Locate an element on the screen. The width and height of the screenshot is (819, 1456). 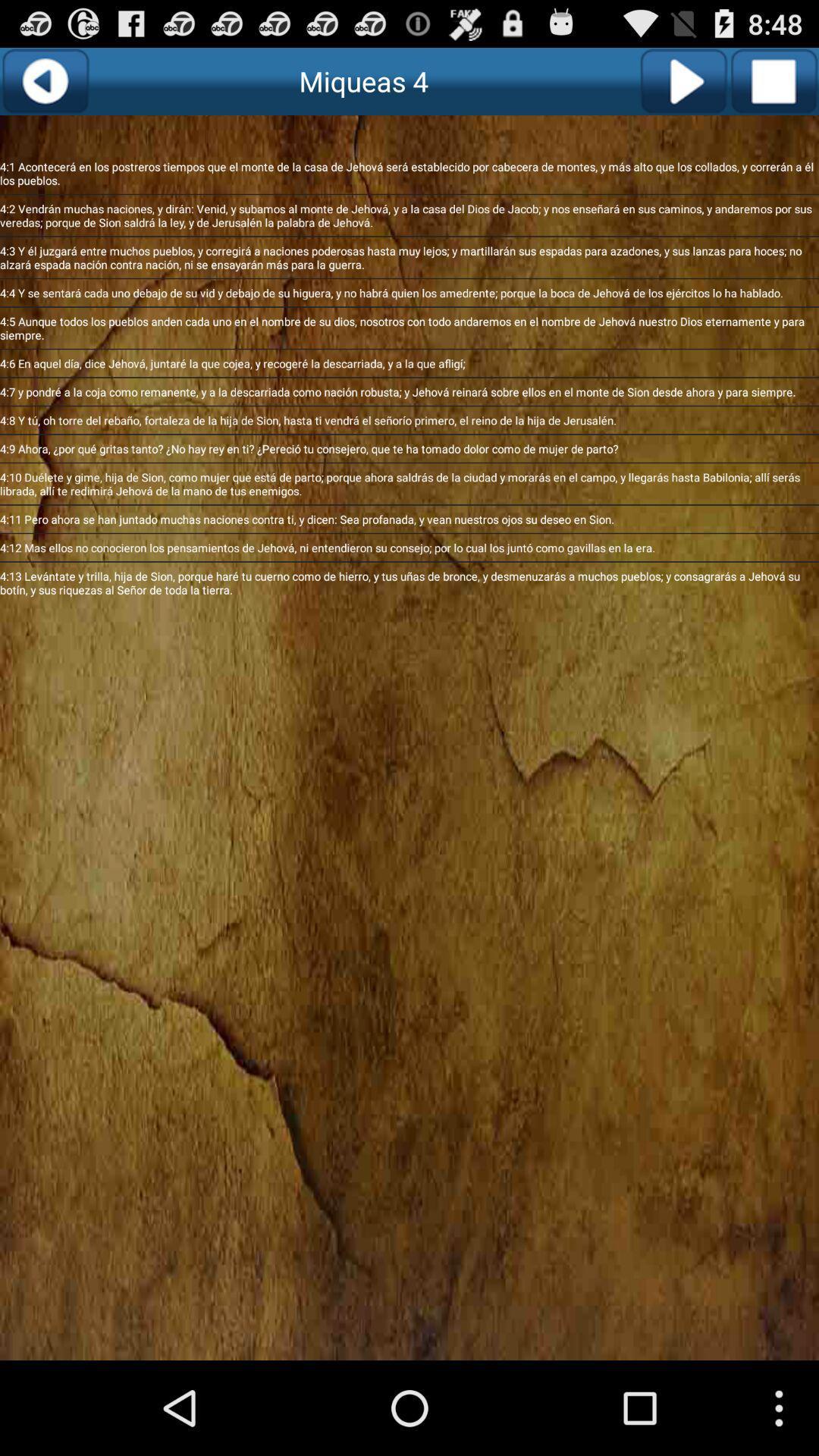
icon to the left of miqueas 4 app is located at coordinates (44, 80).